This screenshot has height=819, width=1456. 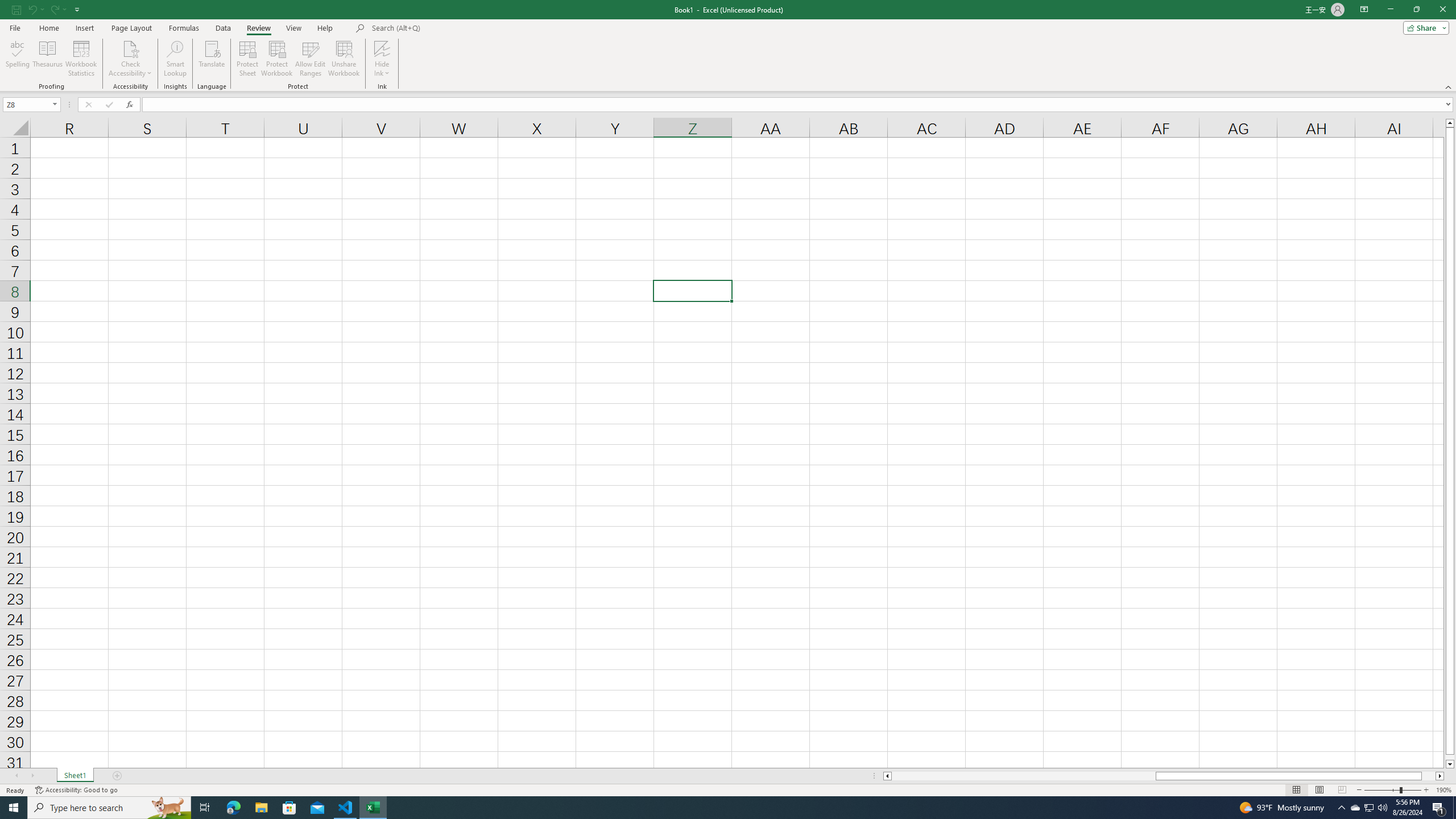 What do you see at coordinates (16, 775) in the screenshot?
I see `'Scroll Left'` at bounding box center [16, 775].